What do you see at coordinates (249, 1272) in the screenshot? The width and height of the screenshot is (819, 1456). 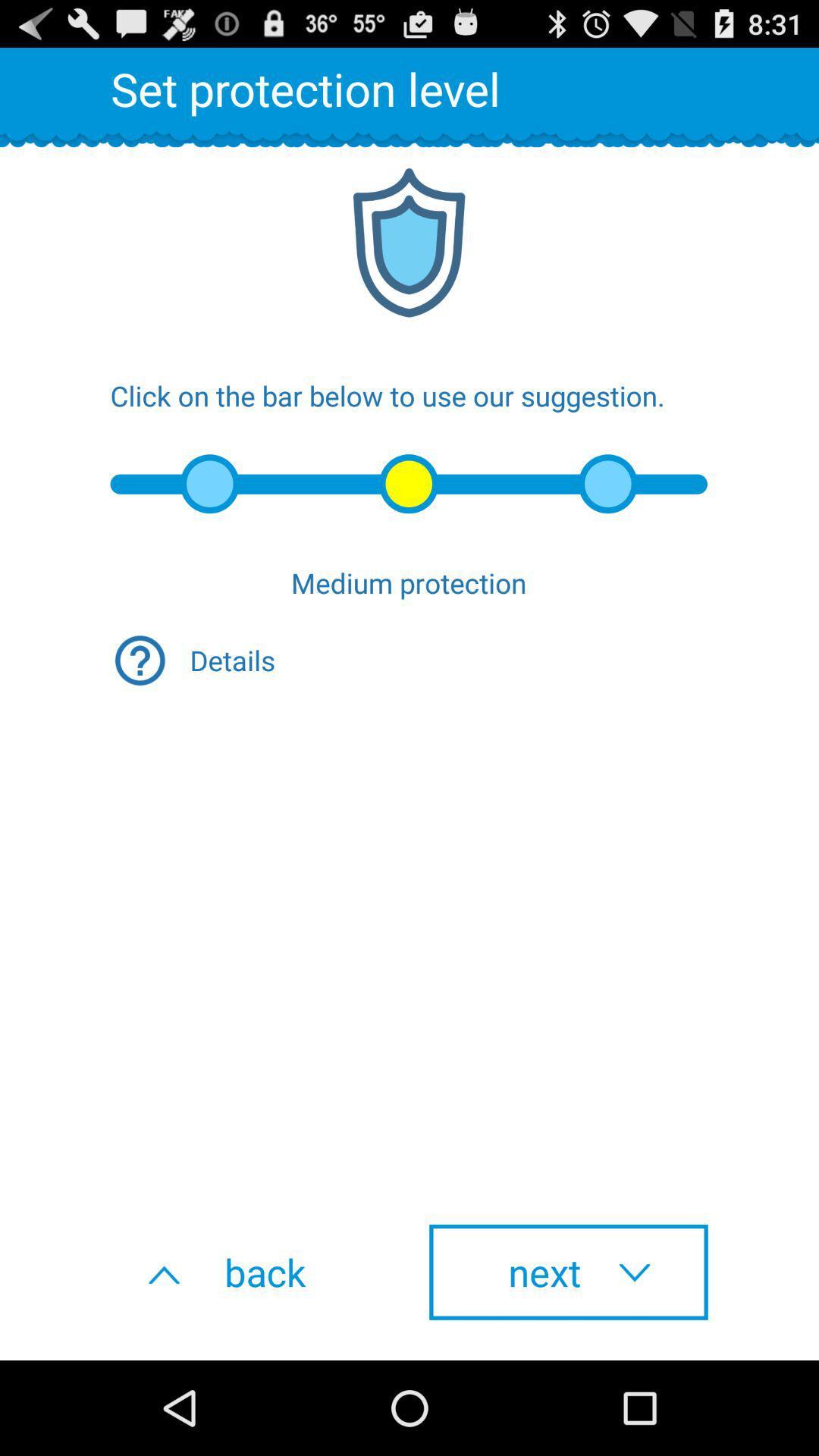 I see `icon next to the next` at bounding box center [249, 1272].